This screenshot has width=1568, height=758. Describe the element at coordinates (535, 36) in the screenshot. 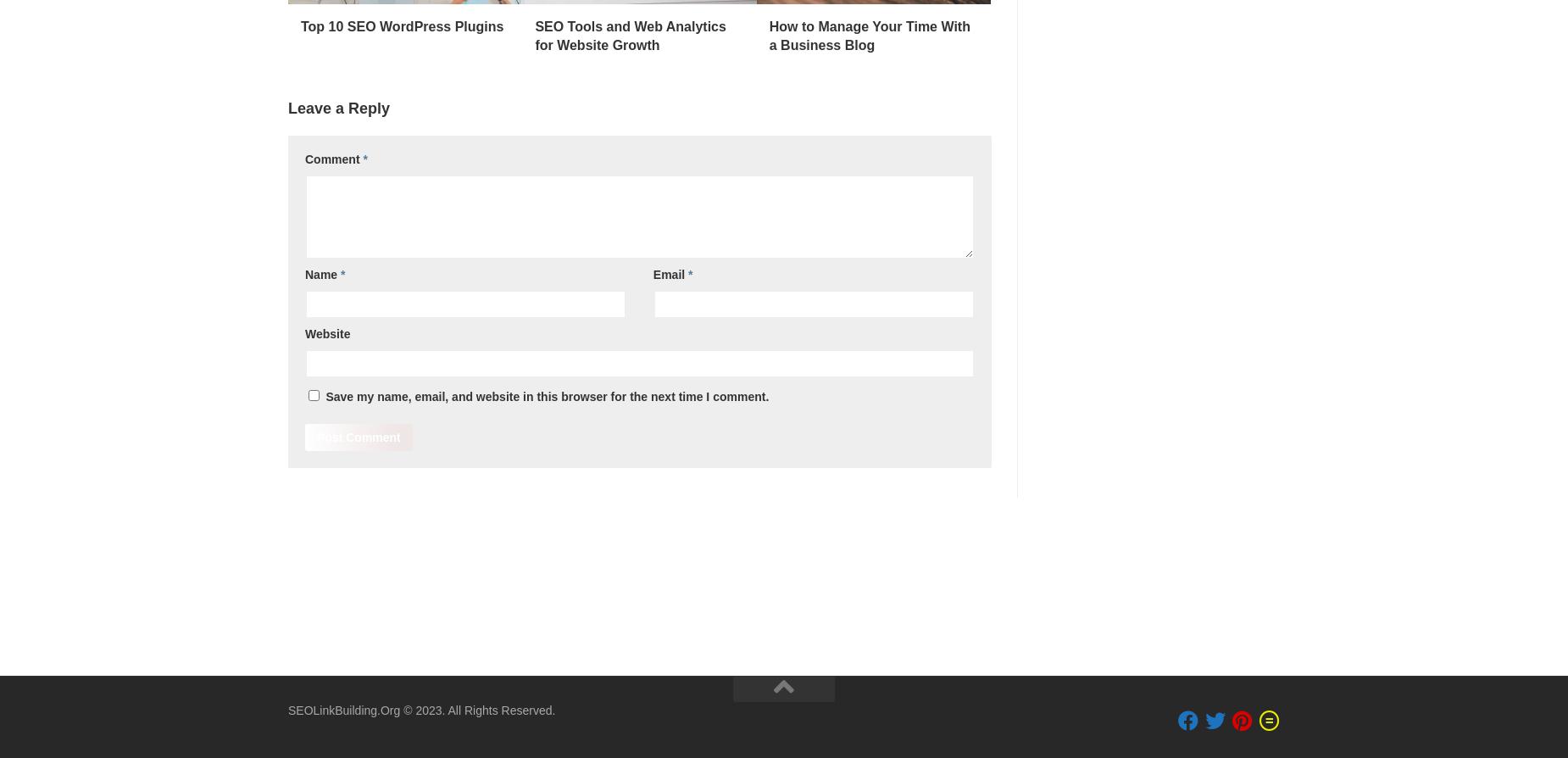

I see `'SEO Tools and Web Analytics for Website Growth'` at that location.